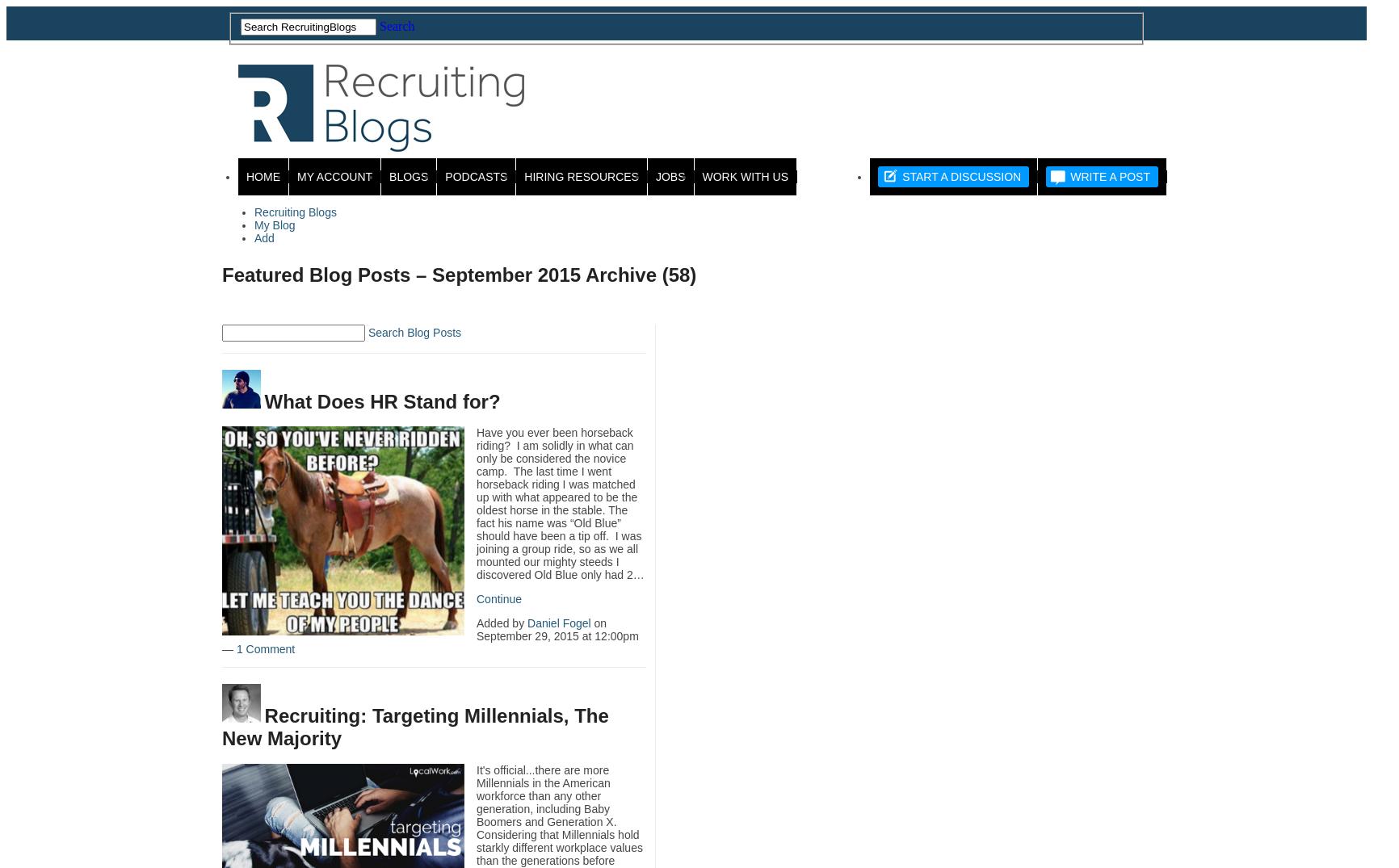 Image resolution: width=1399 pixels, height=868 pixels. I want to click on 'Search Blog Posts', so click(367, 332).